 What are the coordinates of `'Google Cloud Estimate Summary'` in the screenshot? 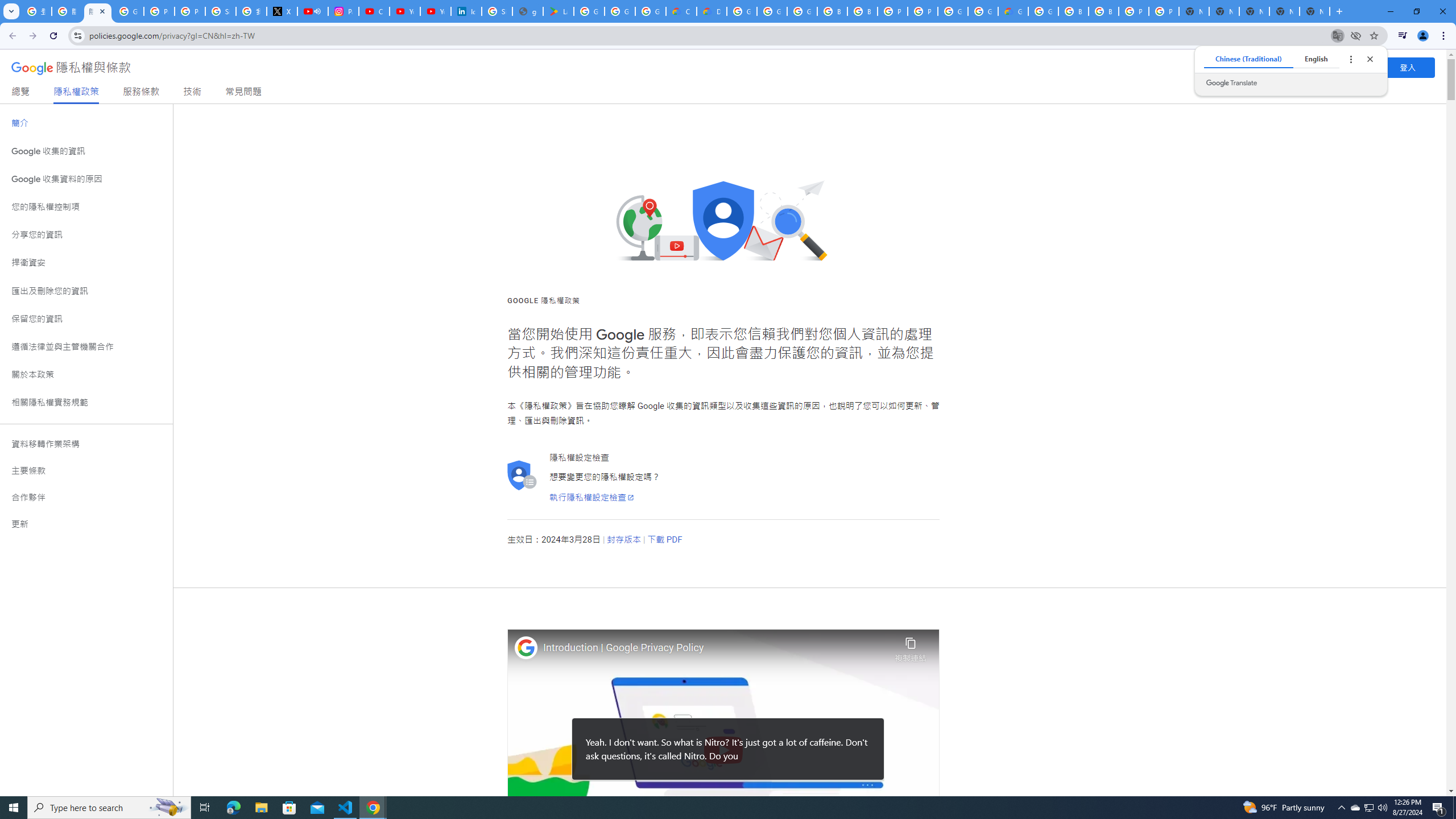 It's located at (1013, 11).